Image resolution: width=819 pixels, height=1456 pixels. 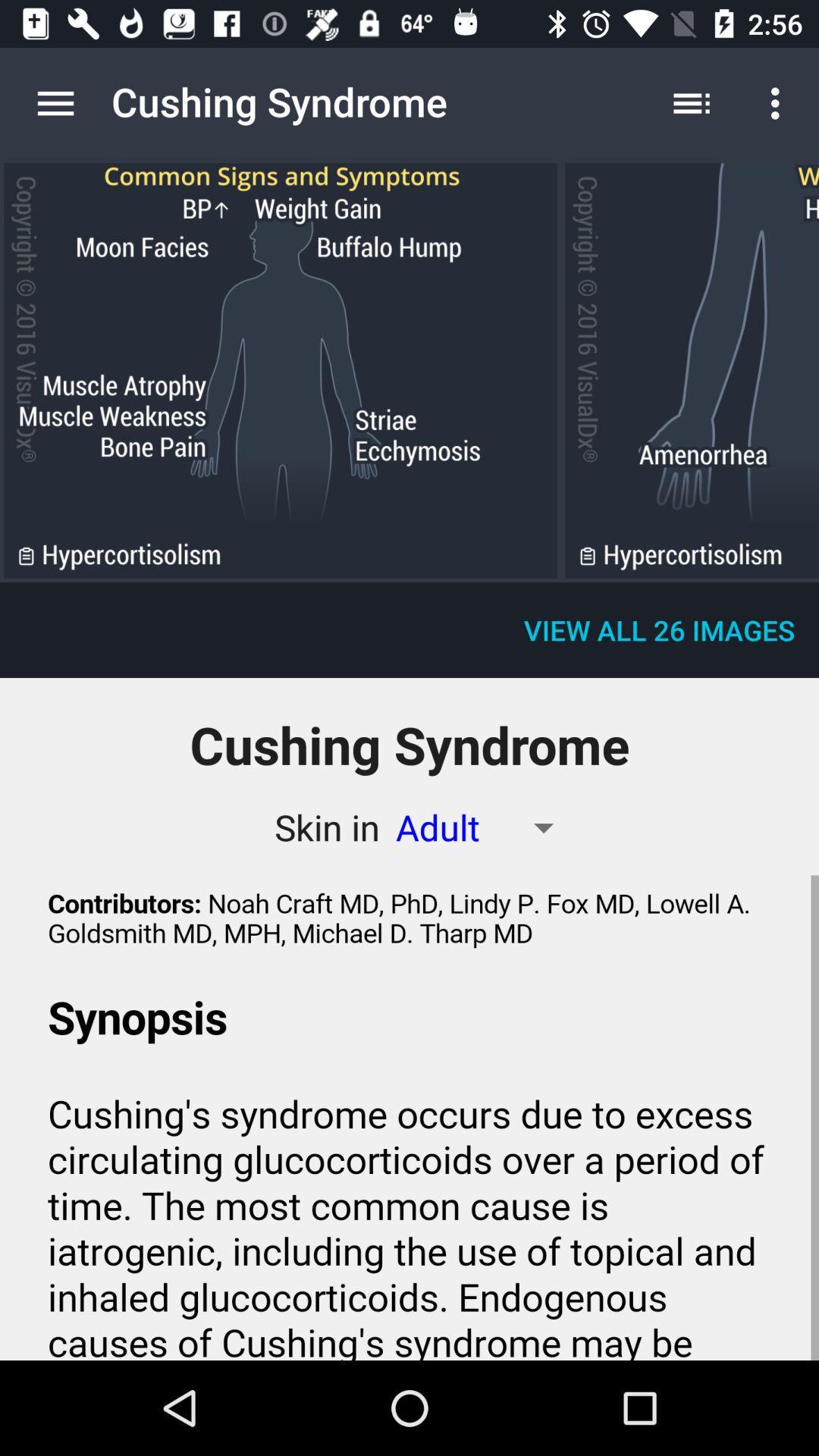 I want to click on skin the adult of the app, so click(x=281, y=371).